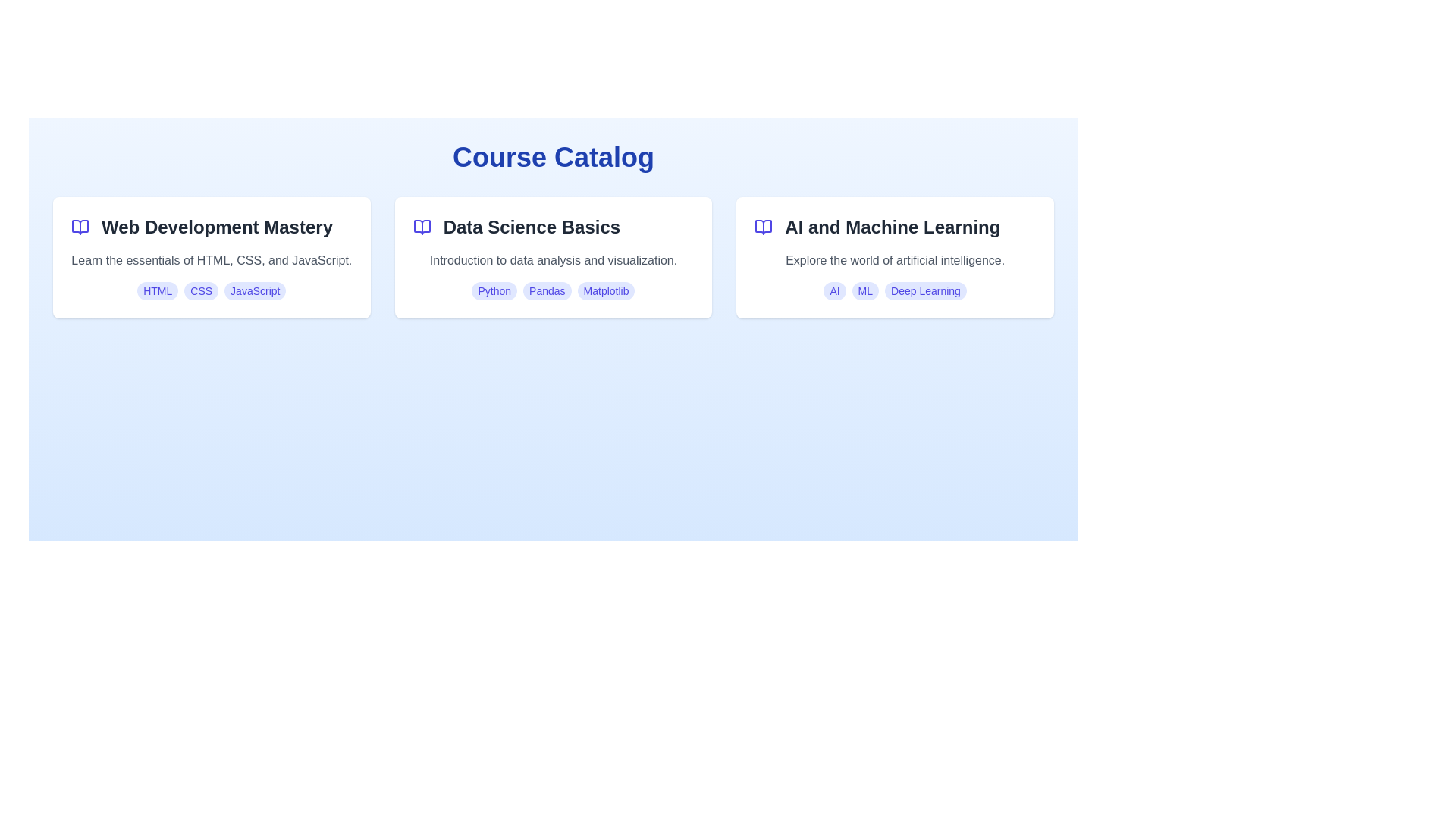  Describe the element at coordinates (255, 291) in the screenshot. I see `the pill-shaped tag with the text 'JavaScript', which is the third tag in a horizontal row of technology tags within the 'Web Development Mastery' section` at that location.